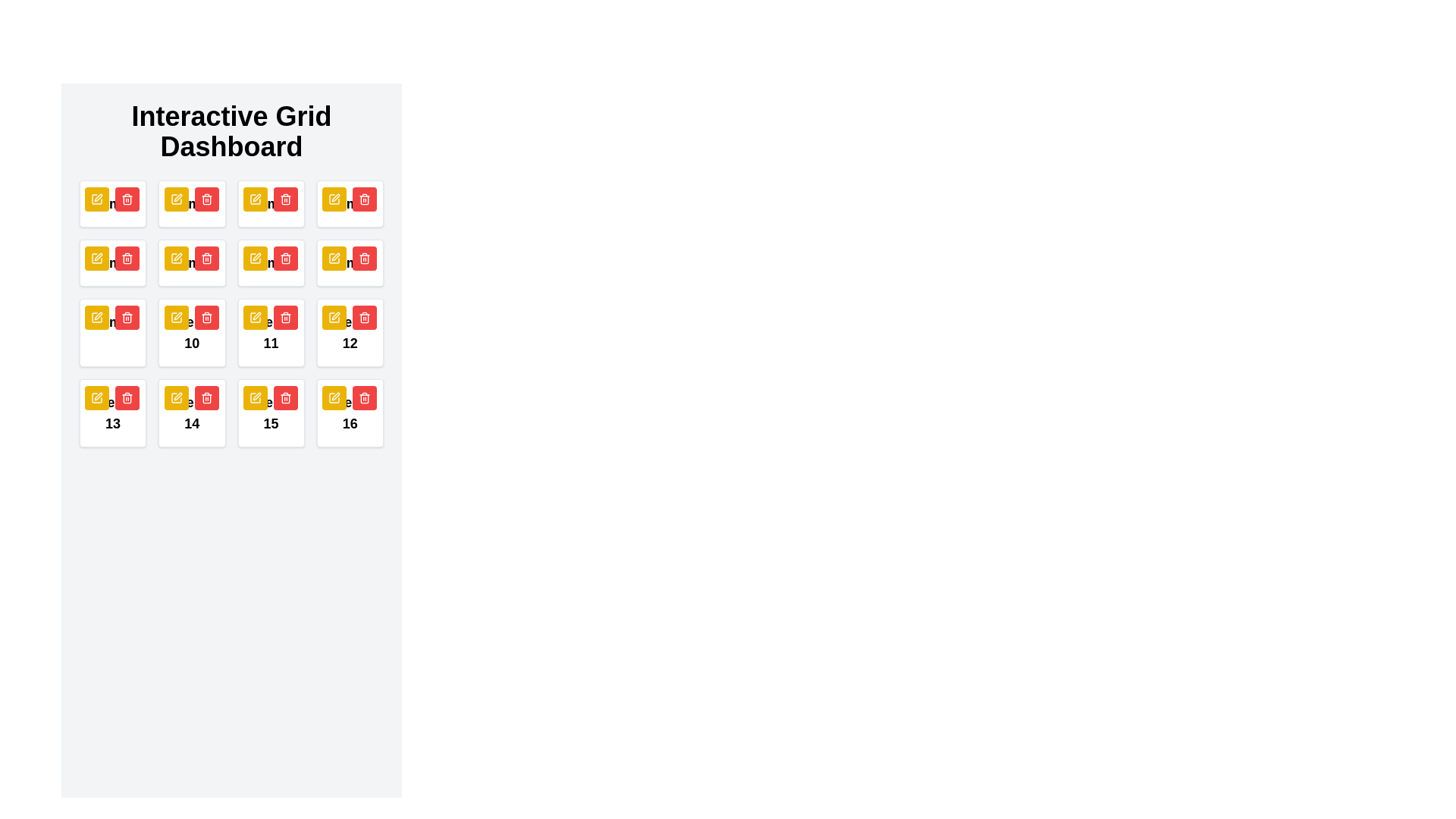 This screenshot has height=819, width=1456. I want to click on the yellow edit button with a pen icon, so click(334, 198).